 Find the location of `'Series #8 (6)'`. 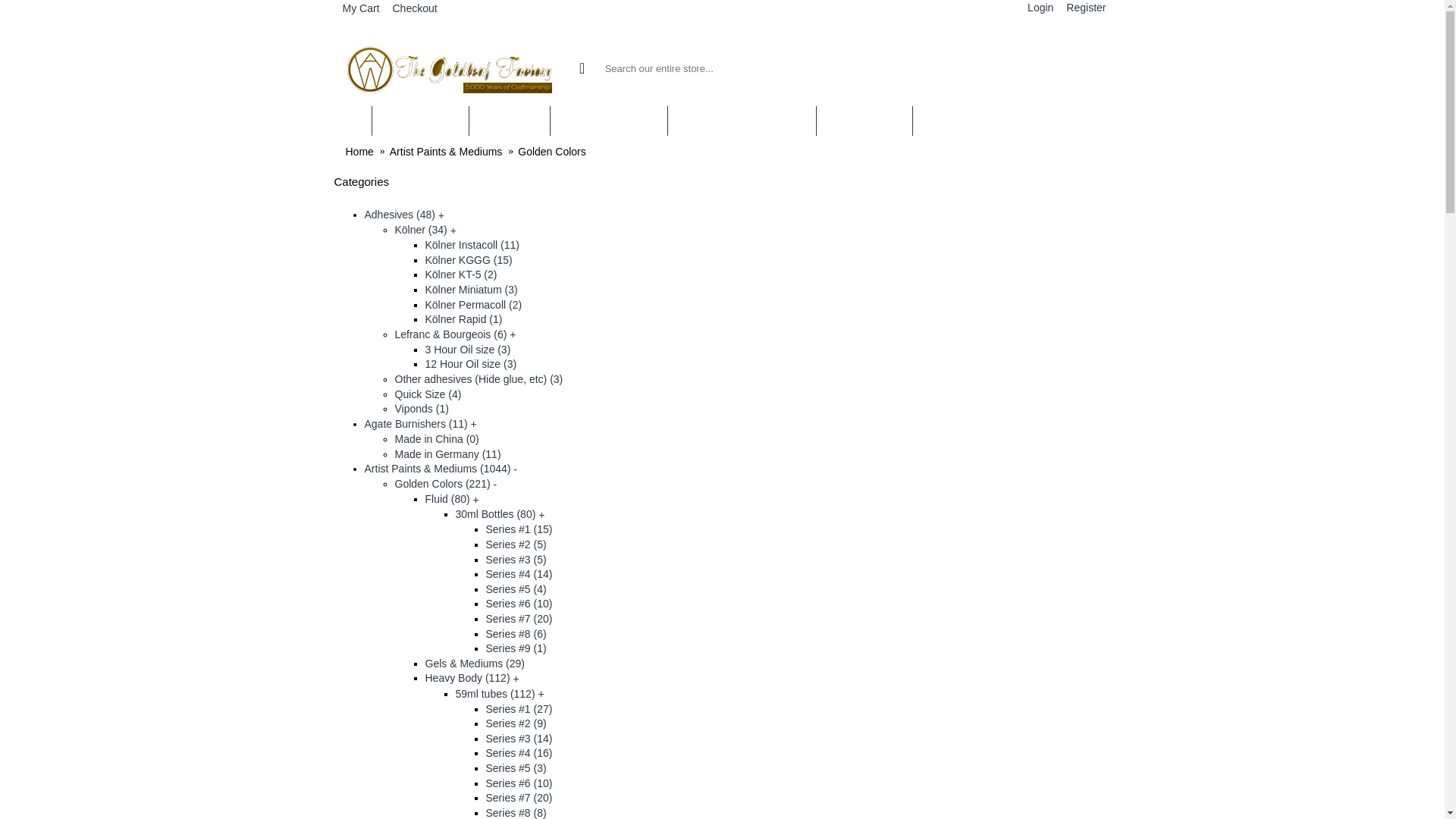

'Series #8 (6)' is located at coordinates (484, 634).